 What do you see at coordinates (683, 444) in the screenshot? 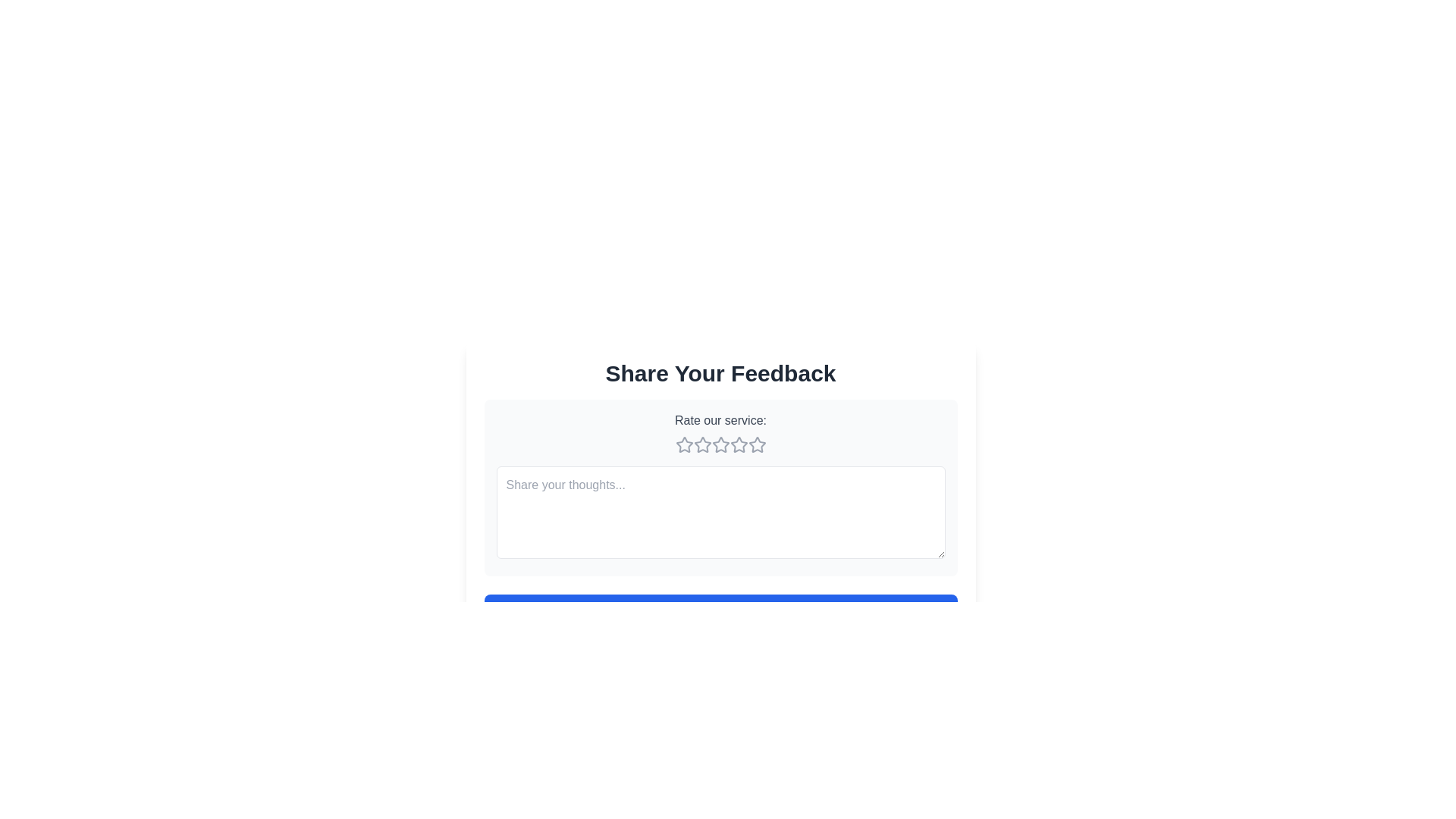
I see `the first rating star icon in the rating input interface` at bounding box center [683, 444].